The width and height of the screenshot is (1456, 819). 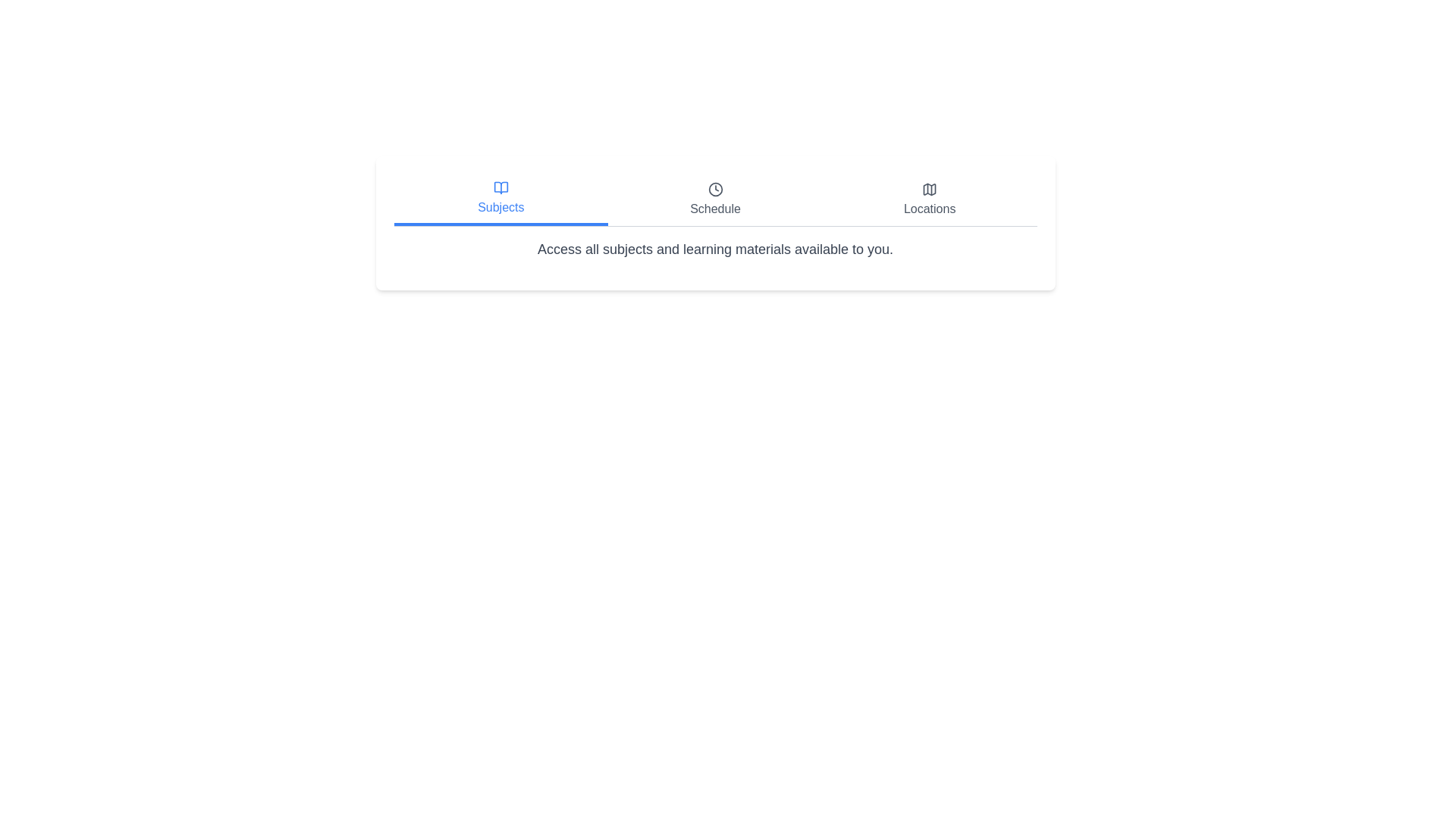 I want to click on the text content within the component, so click(x=394, y=239).